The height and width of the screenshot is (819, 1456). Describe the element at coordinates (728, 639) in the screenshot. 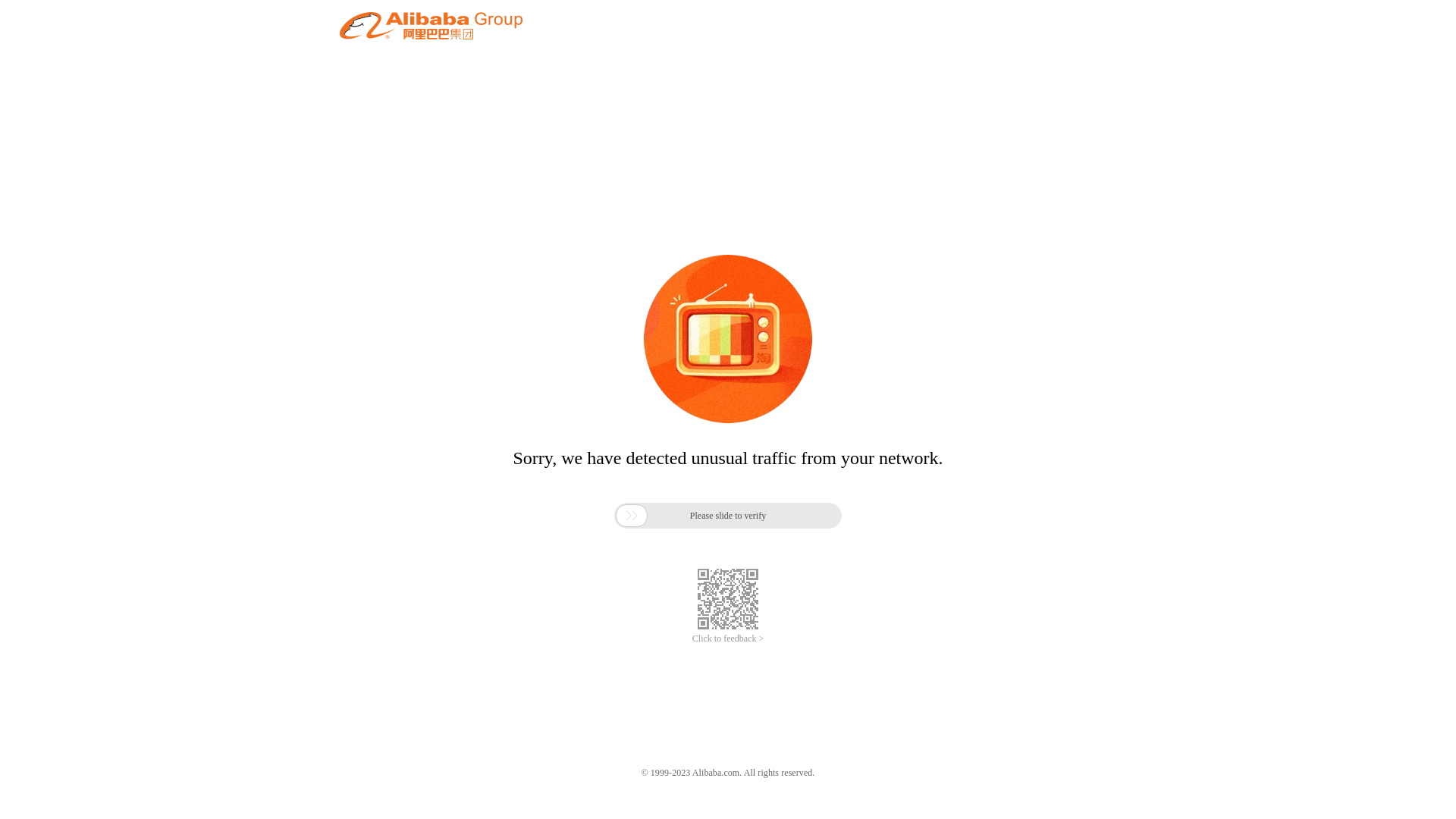

I see `'Click to feedback >'` at that location.